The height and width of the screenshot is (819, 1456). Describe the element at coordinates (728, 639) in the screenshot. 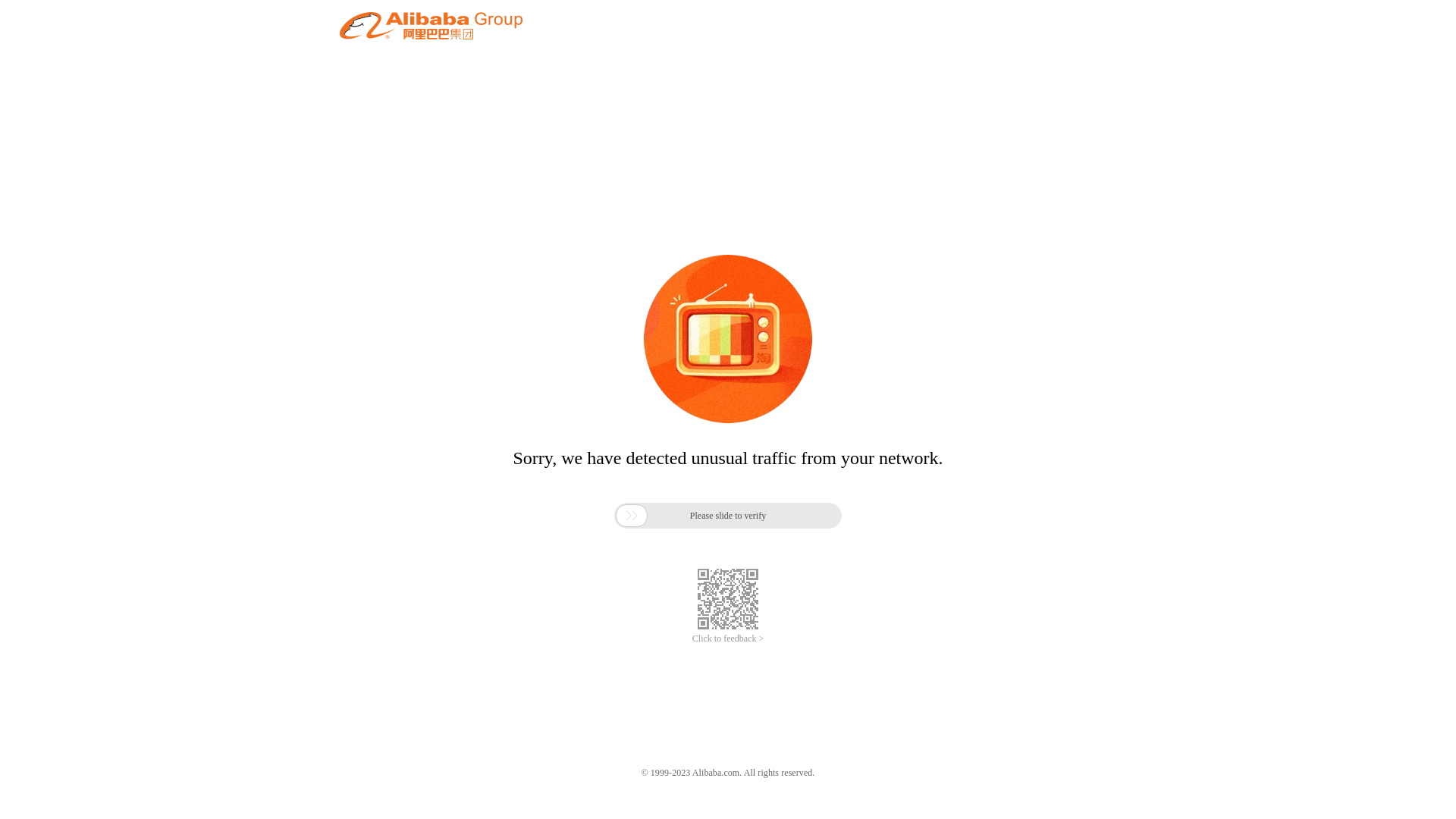

I see `'Click to feedback >'` at that location.